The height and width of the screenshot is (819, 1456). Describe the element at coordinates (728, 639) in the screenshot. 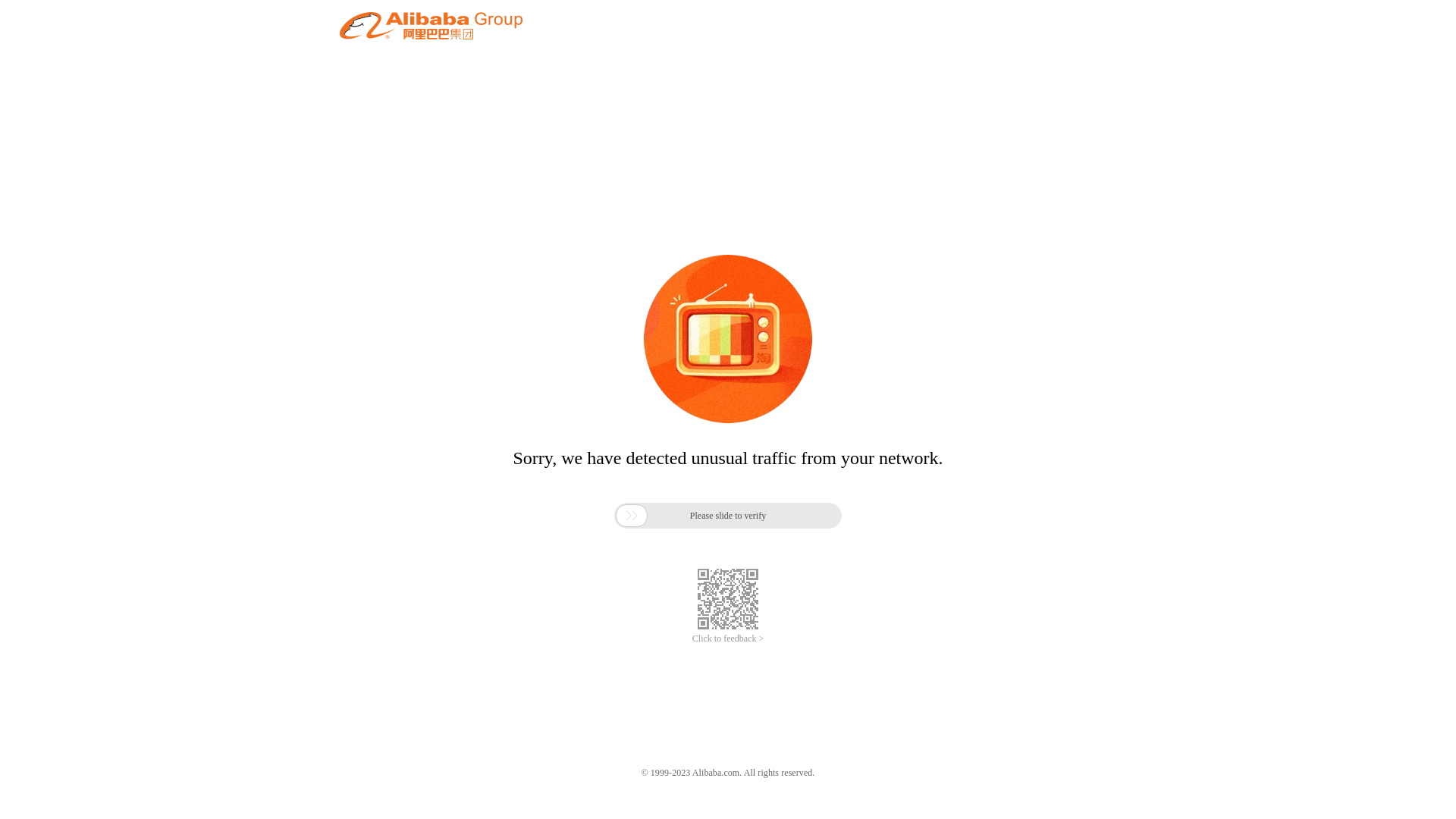

I see `'Click to feedback >'` at that location.